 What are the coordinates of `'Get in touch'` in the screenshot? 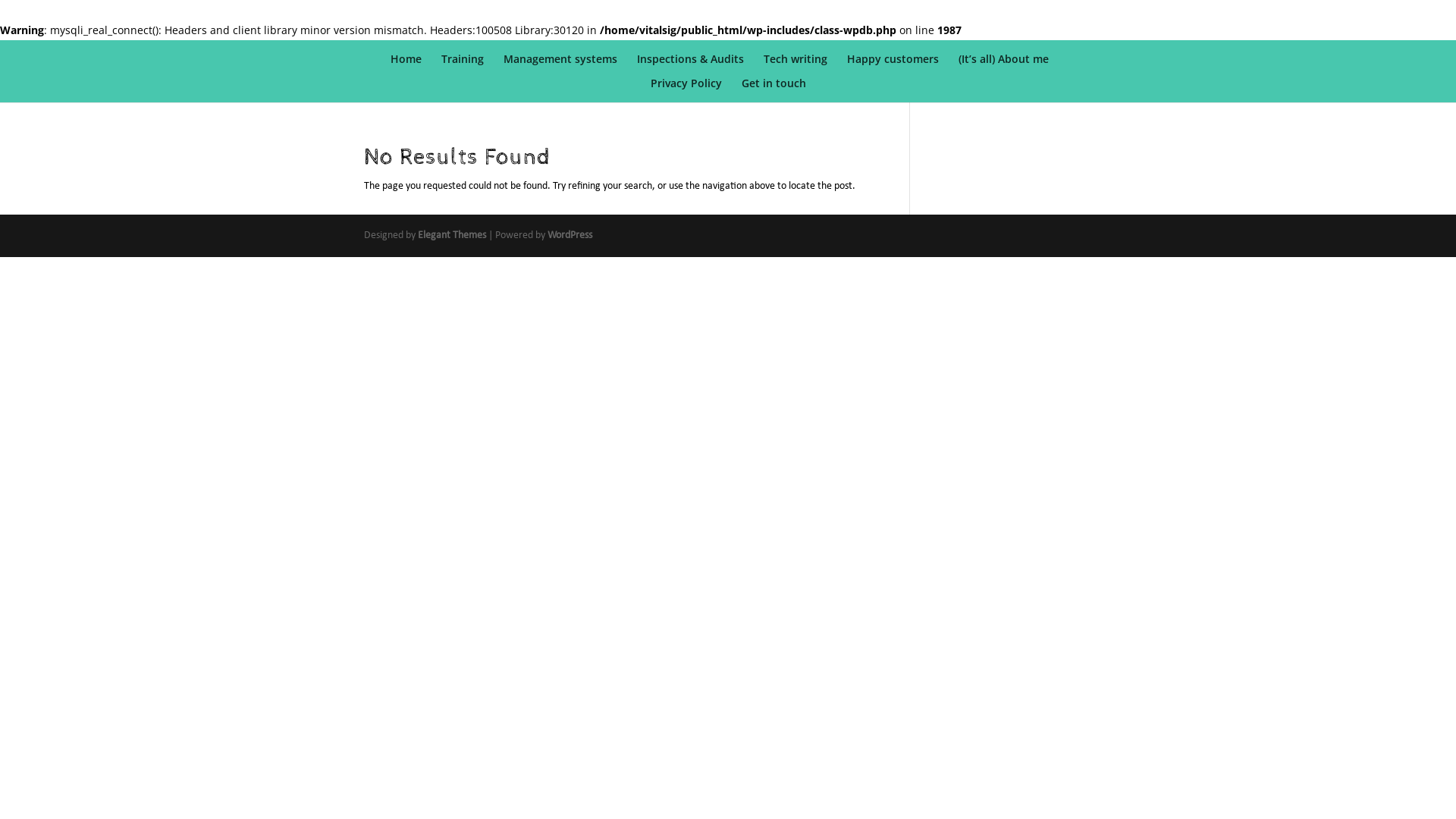 It's located at (773, 90).